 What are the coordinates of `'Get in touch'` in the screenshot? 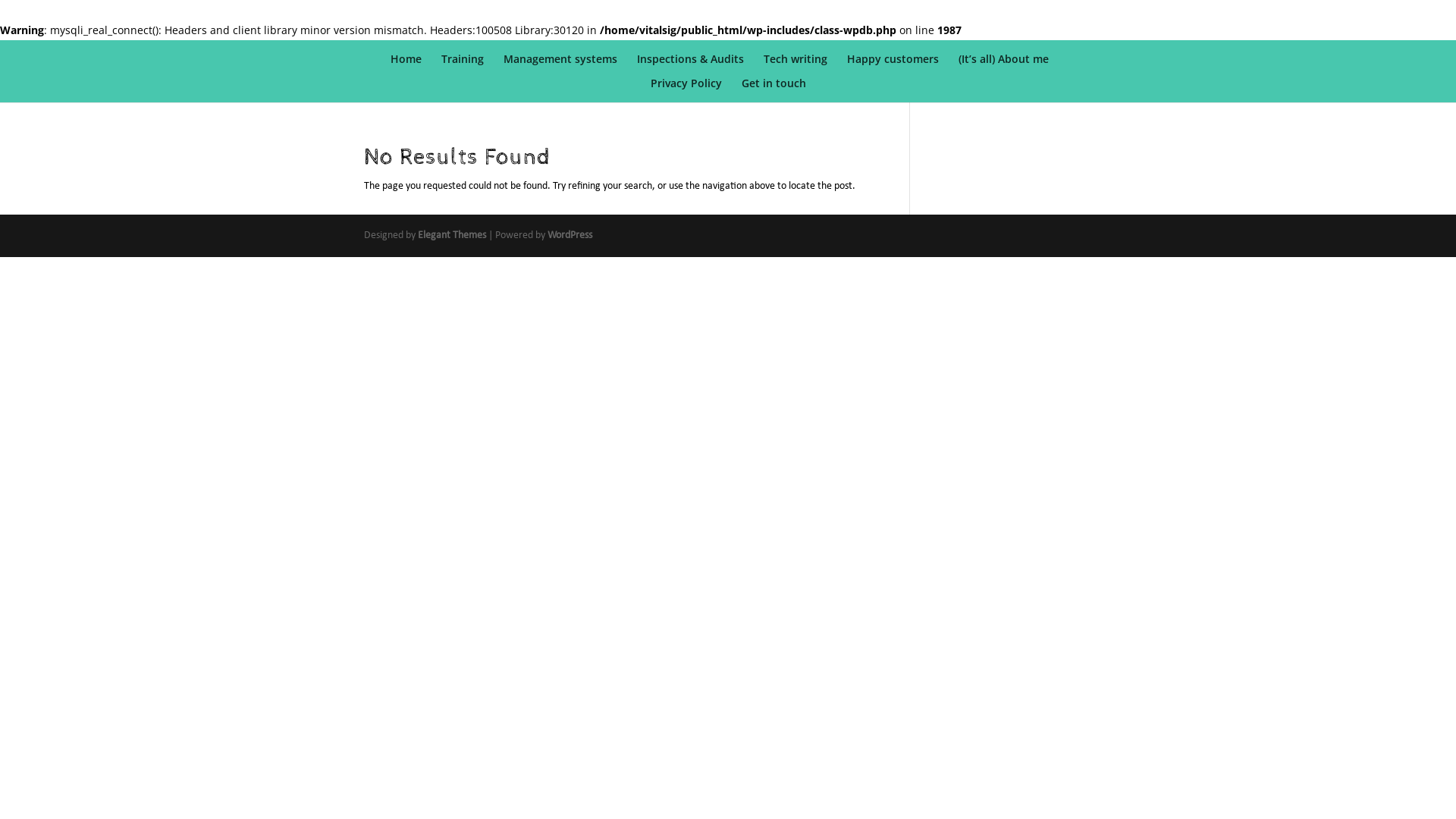 It's located at (773, 90).